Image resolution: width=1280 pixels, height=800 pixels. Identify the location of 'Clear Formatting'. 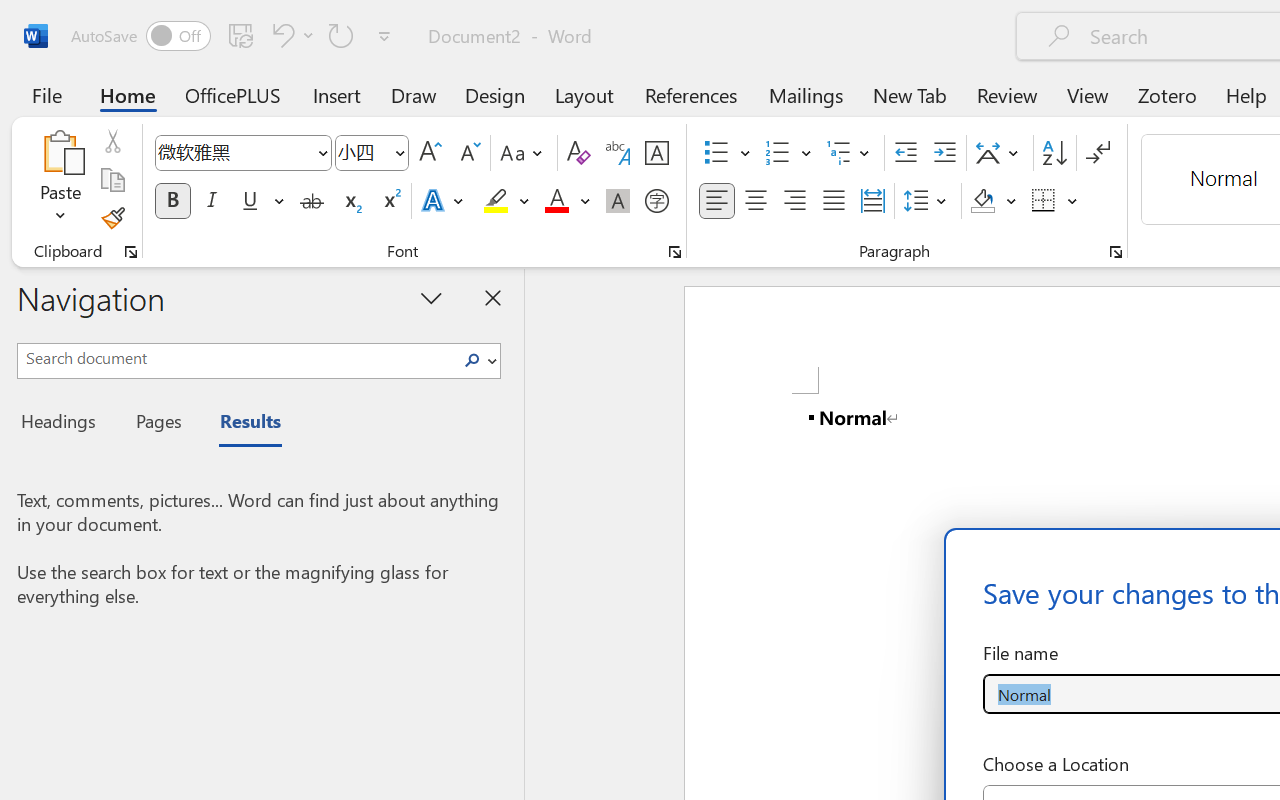
(577, 153).